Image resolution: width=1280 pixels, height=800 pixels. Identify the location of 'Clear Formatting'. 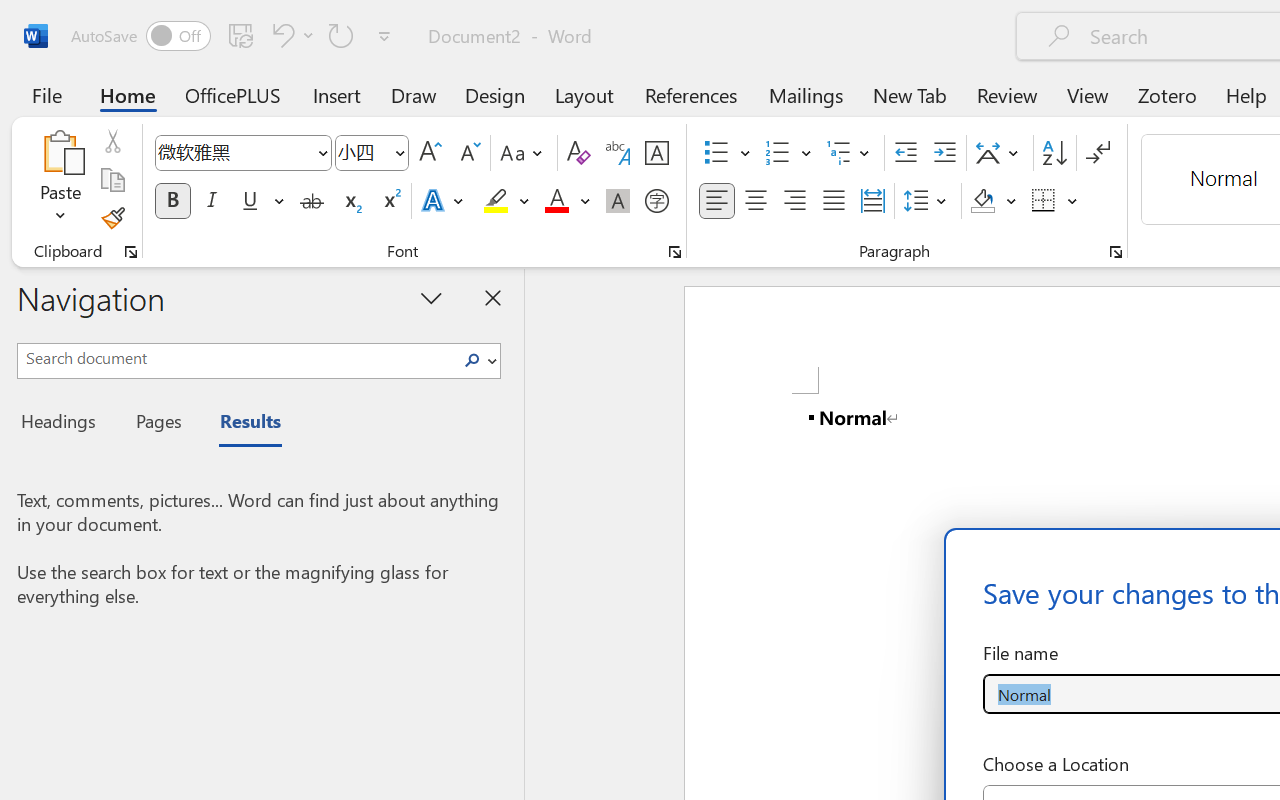
(577, 153).